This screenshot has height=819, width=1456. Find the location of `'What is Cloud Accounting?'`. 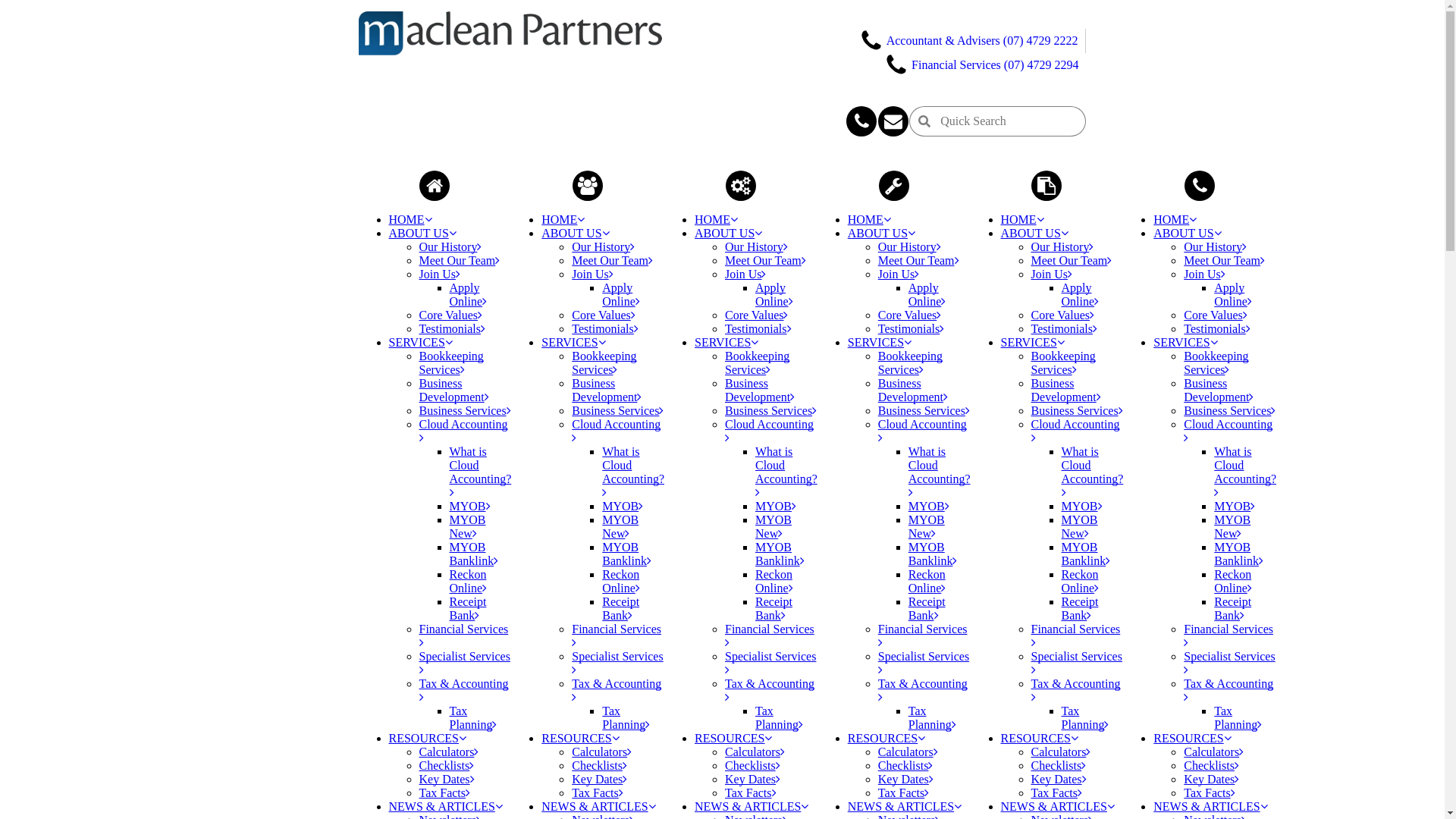

'What is Cloud Accounting?' is located at coordinates (1092, 471).